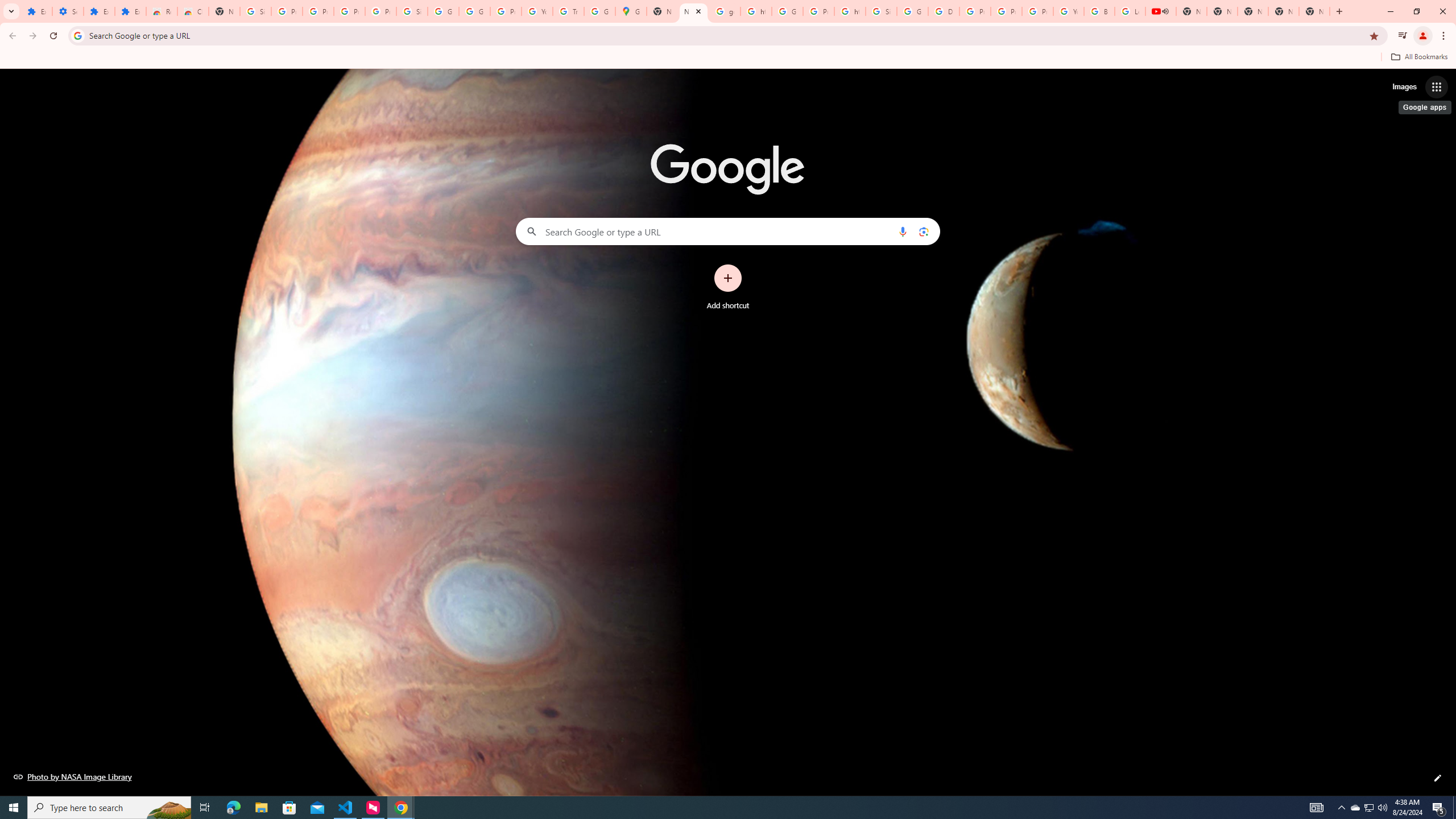 The width and height of the screenshot is (1456, 819). Describe the element at coordinates (1416, 11) in the screenshot. I see `'Restore'` at that location.